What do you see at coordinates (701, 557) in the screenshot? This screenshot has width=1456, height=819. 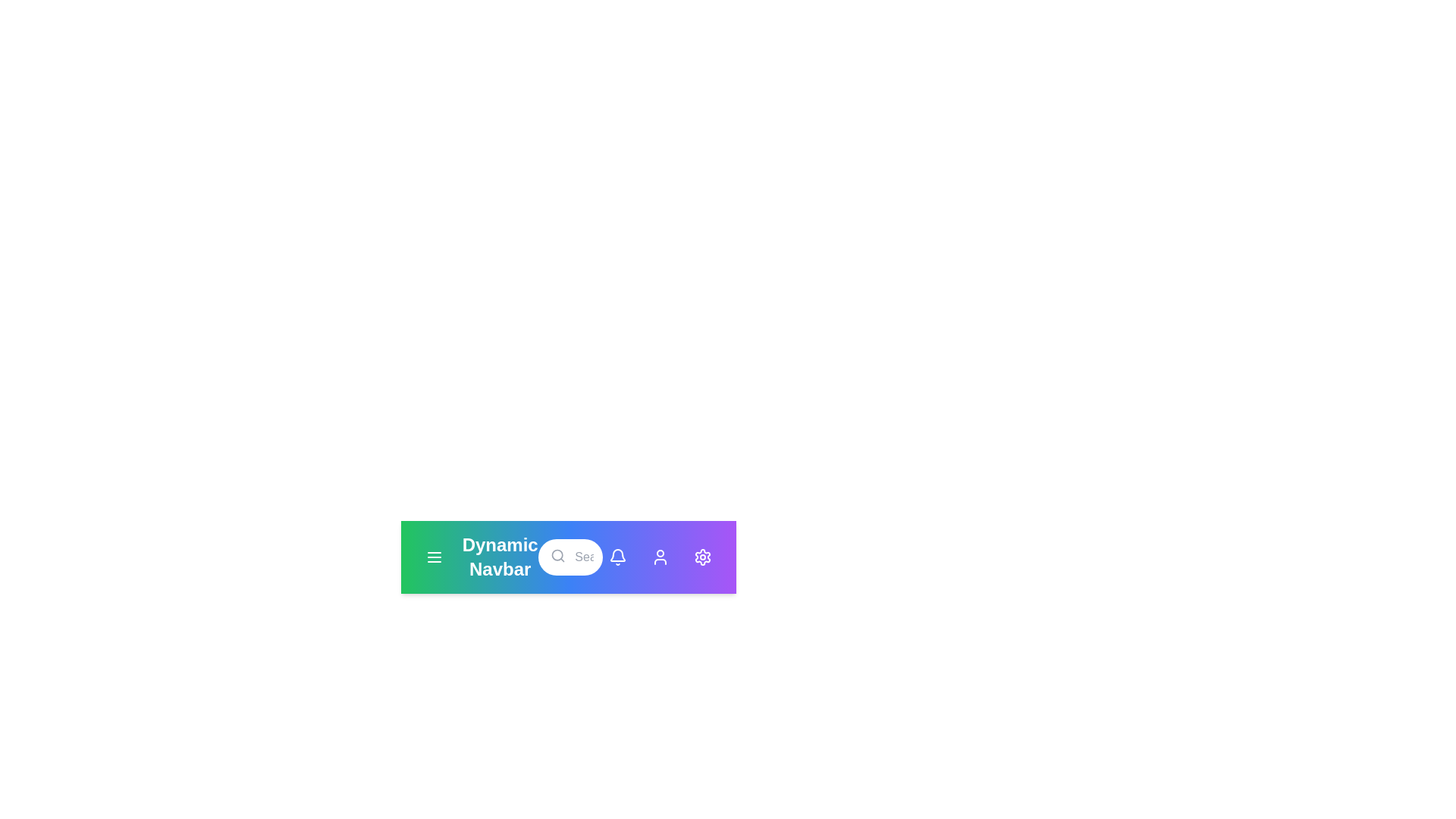 I see `the user options button corresponding to settings` at bounding box center [701, 557].